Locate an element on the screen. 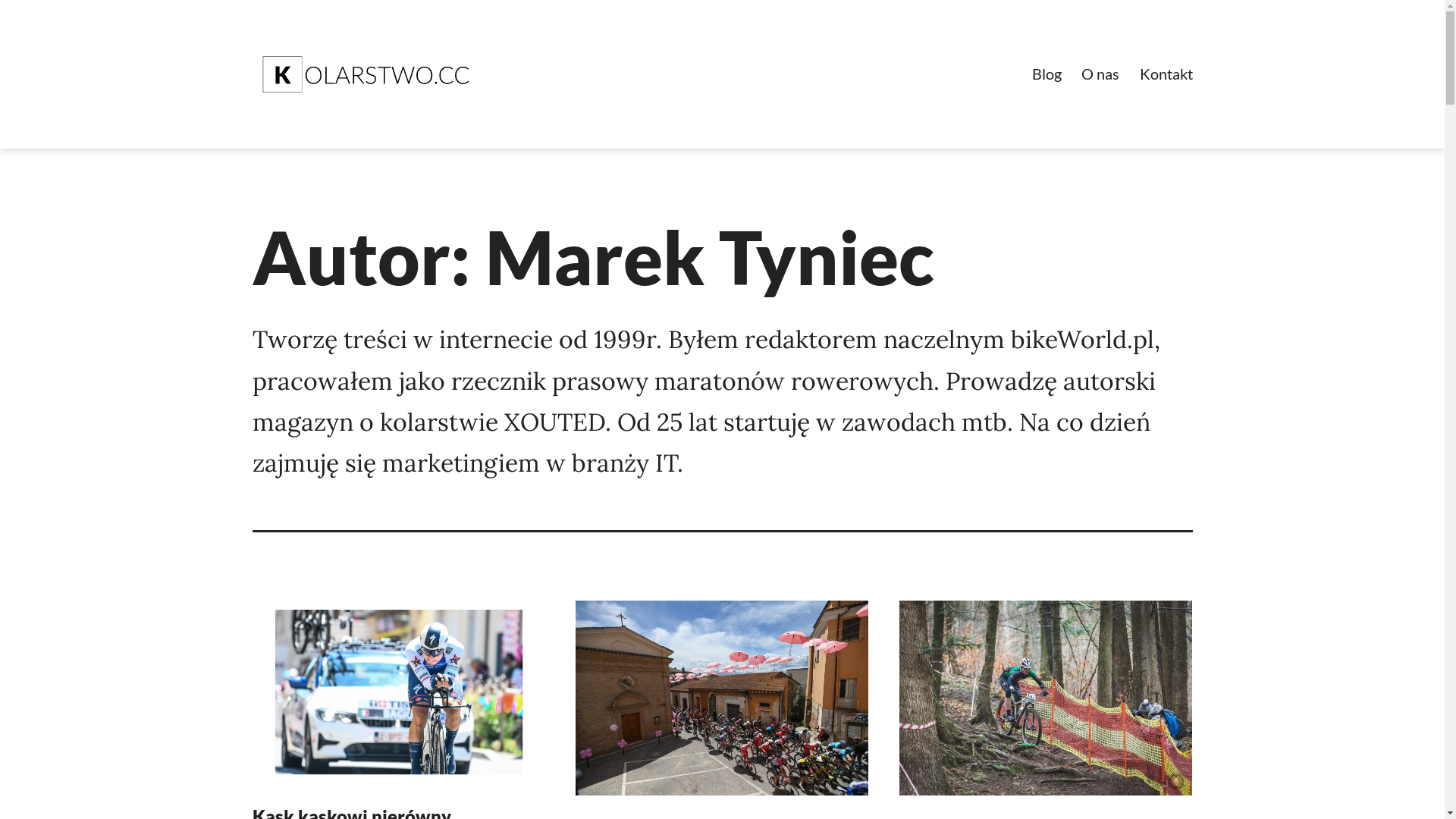 The width and height of the screenshot is (1456, 819). 'Blog' is located at coordinates (1046, 74).